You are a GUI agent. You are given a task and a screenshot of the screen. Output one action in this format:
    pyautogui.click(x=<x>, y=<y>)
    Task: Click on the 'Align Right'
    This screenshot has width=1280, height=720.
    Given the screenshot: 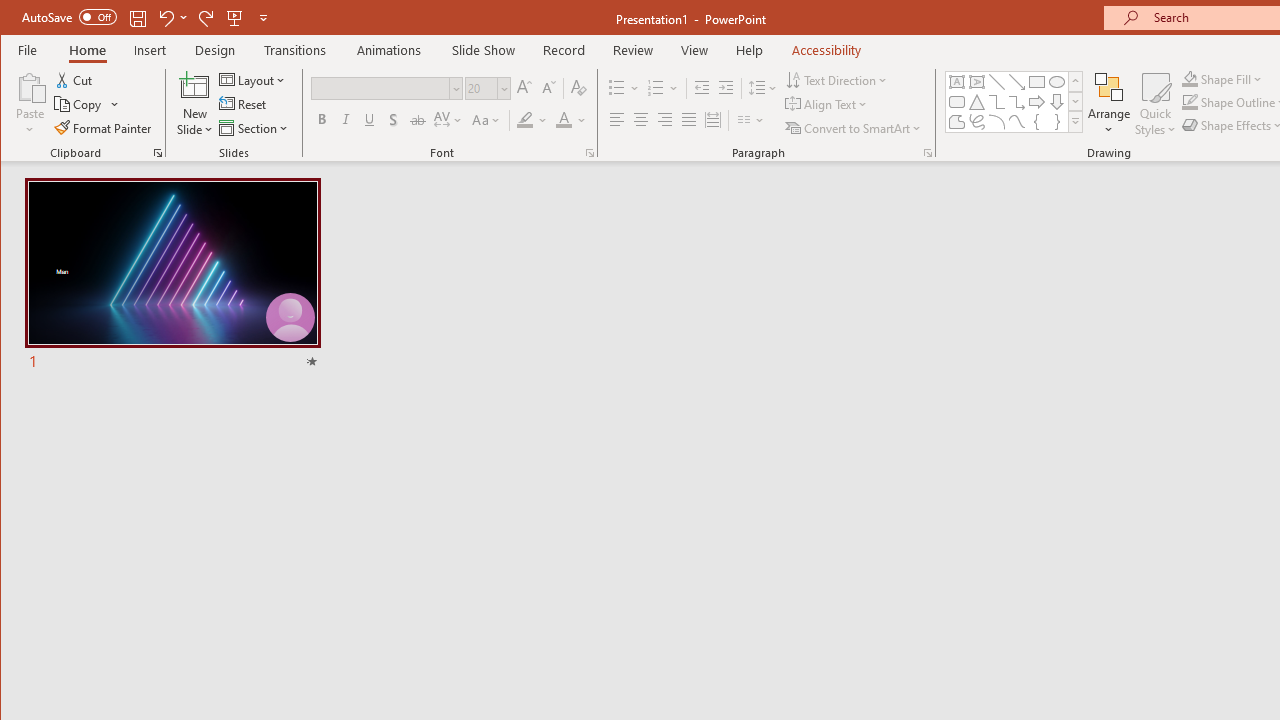 What is the action you would take?
    pyautogui.click(x=664, y=120)
    